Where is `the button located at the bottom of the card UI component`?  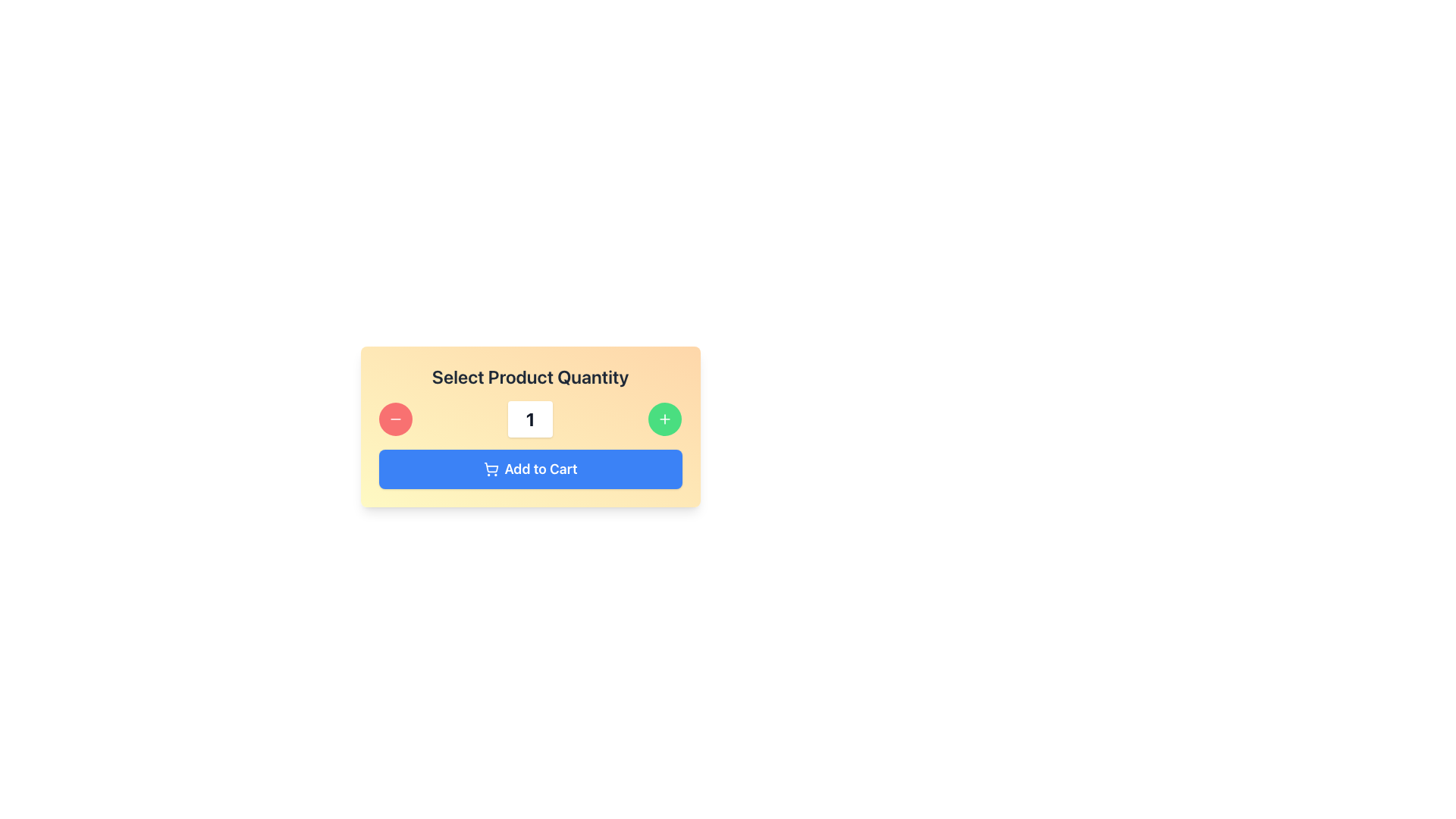 the button located at the bottom of the card UI component is located at coordinates (530, 468).